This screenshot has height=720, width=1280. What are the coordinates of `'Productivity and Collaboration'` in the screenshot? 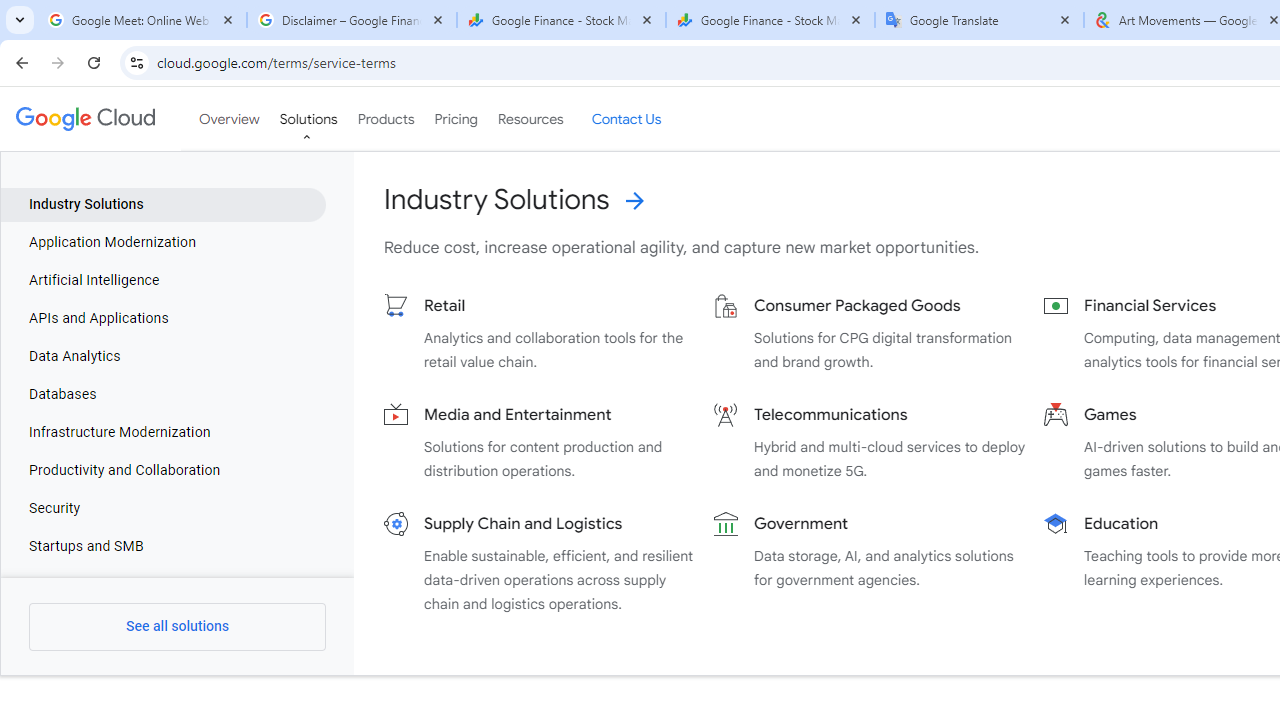 It's located at (163, 471).